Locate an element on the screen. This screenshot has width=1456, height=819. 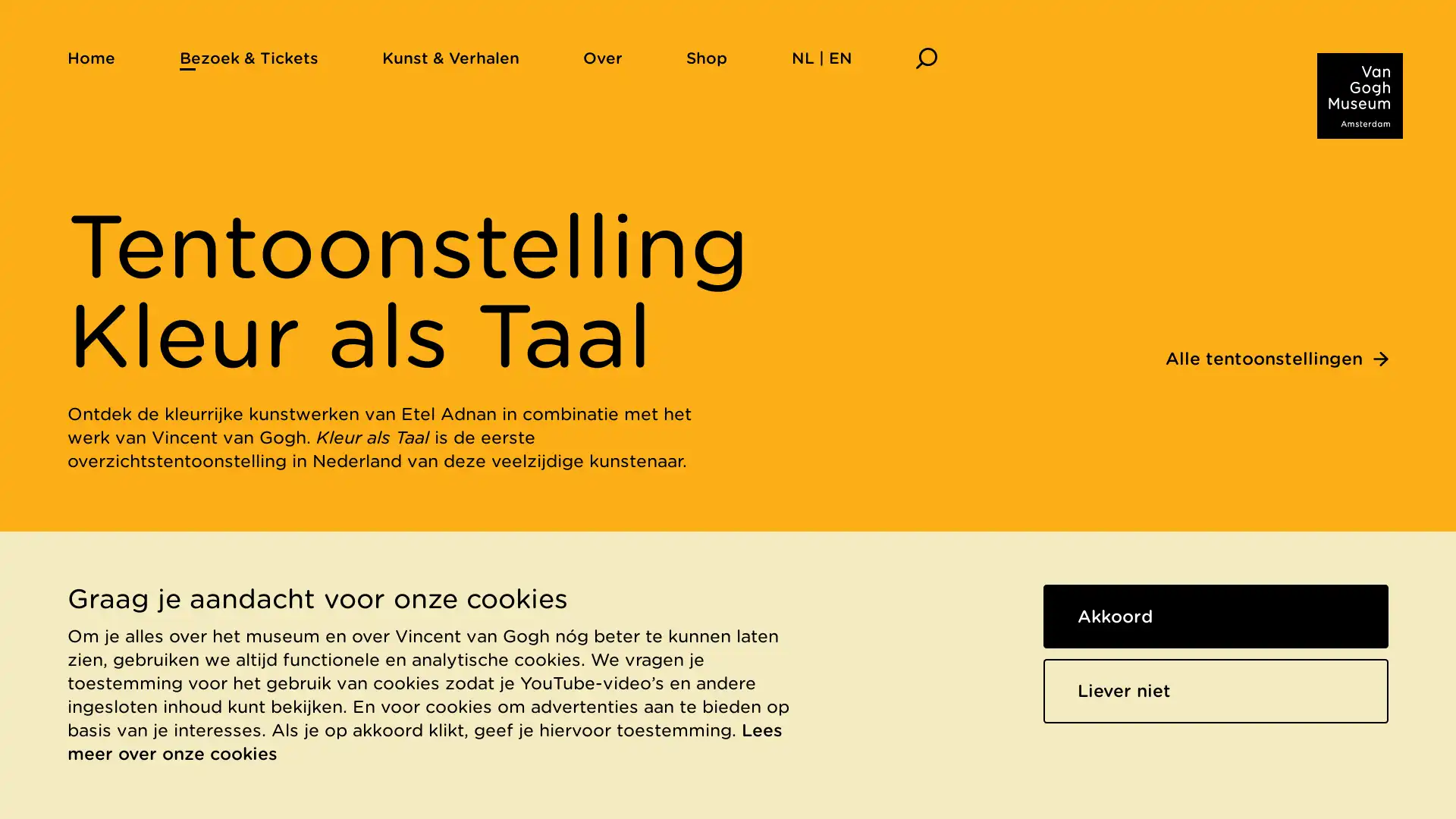
Akkoord is located at coordinates (1216, 616).